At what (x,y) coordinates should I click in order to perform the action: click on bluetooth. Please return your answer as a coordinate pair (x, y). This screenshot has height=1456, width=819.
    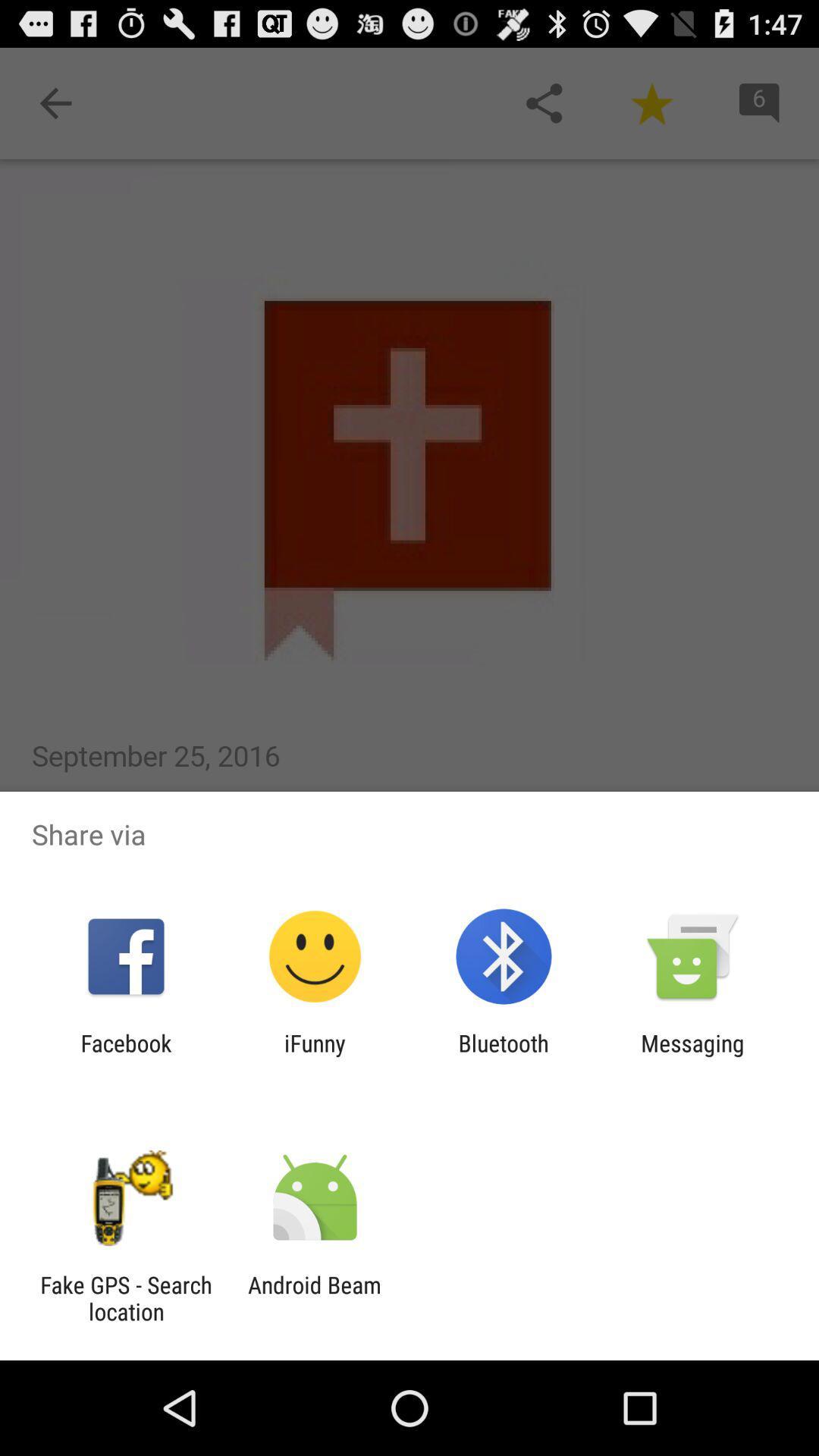
    Looking at the image, I should click on (504, 1056).